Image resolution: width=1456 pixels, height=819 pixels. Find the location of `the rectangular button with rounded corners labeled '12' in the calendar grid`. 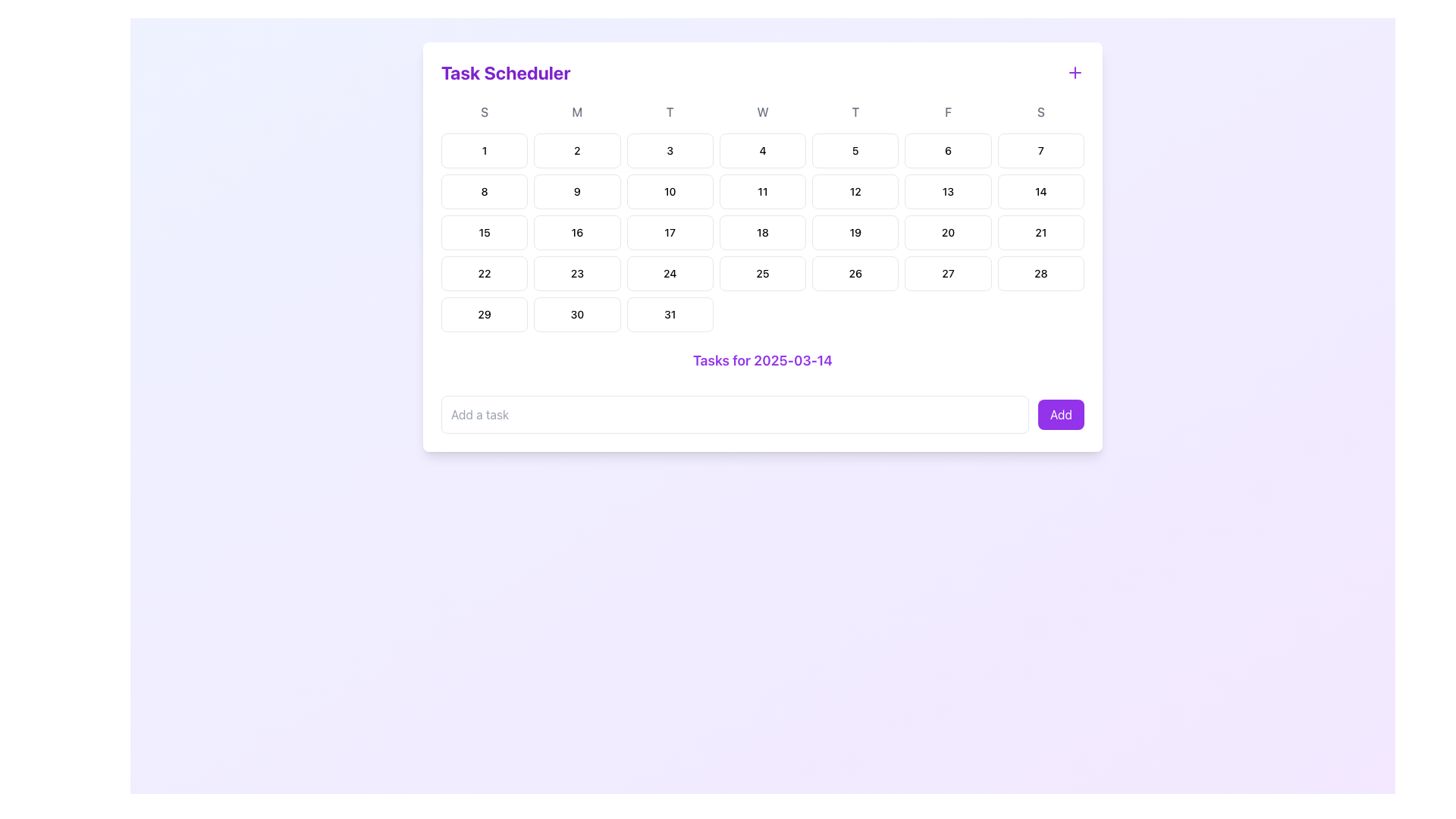

the rectangular button with rounded corners labeled '12' in the calendar grid is located at coordinates (855, 191).